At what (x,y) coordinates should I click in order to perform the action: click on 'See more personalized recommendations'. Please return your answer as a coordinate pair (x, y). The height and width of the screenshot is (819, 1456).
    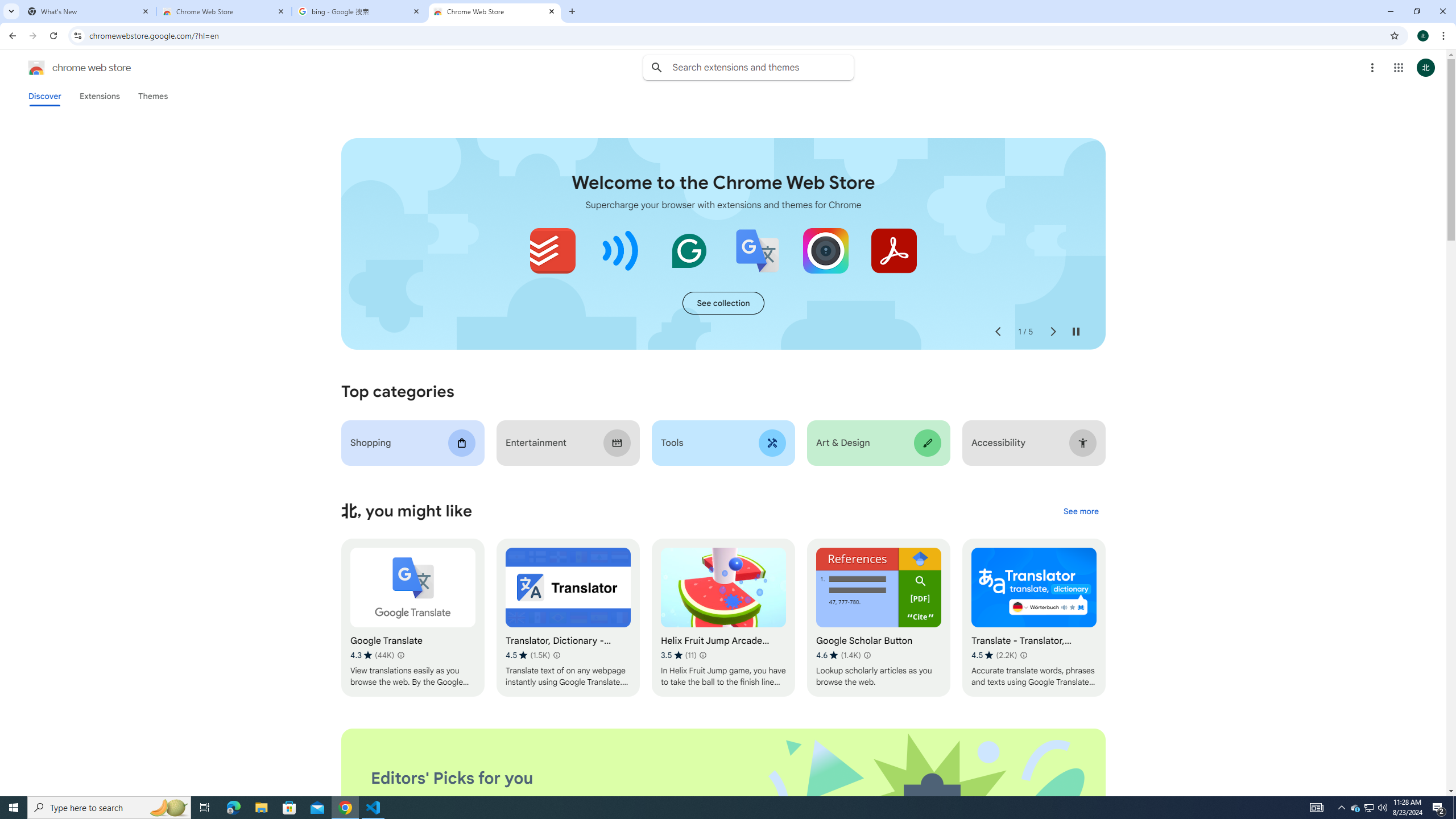
    Looking at the image, I should click on (1080, 512).